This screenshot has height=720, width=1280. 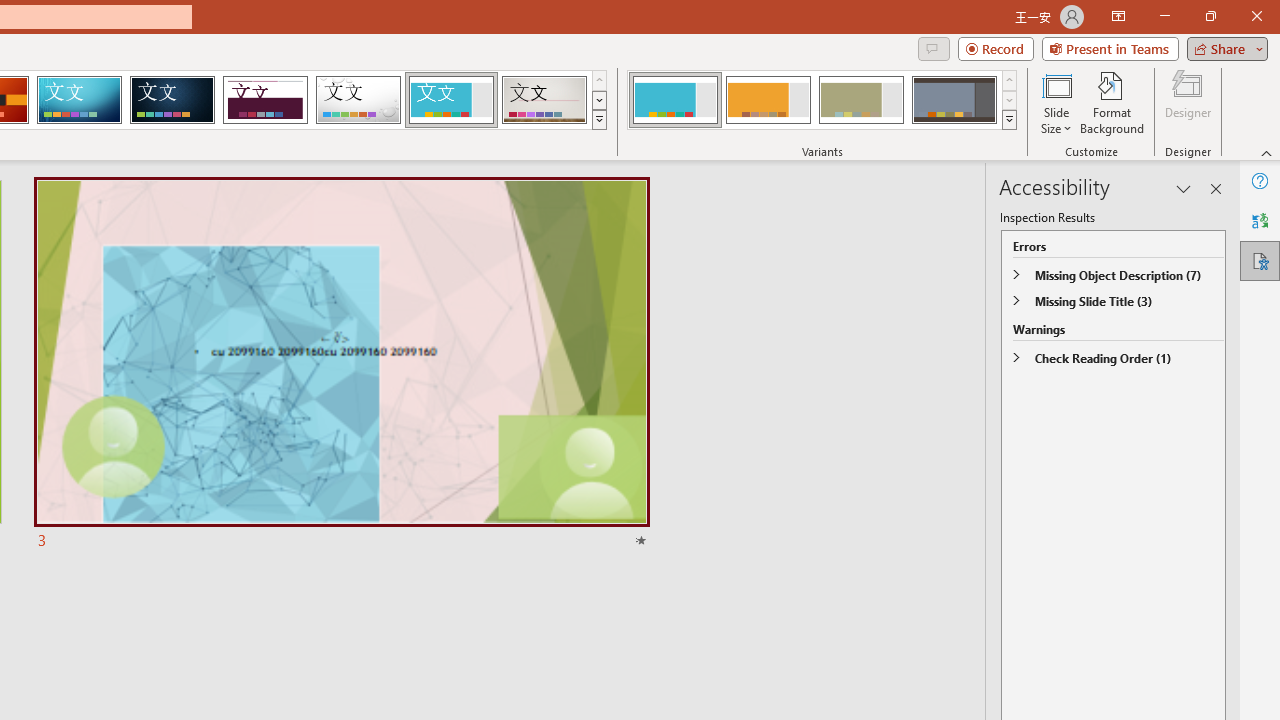 I want to click on 'Variants', so click(x=1009, y=120).